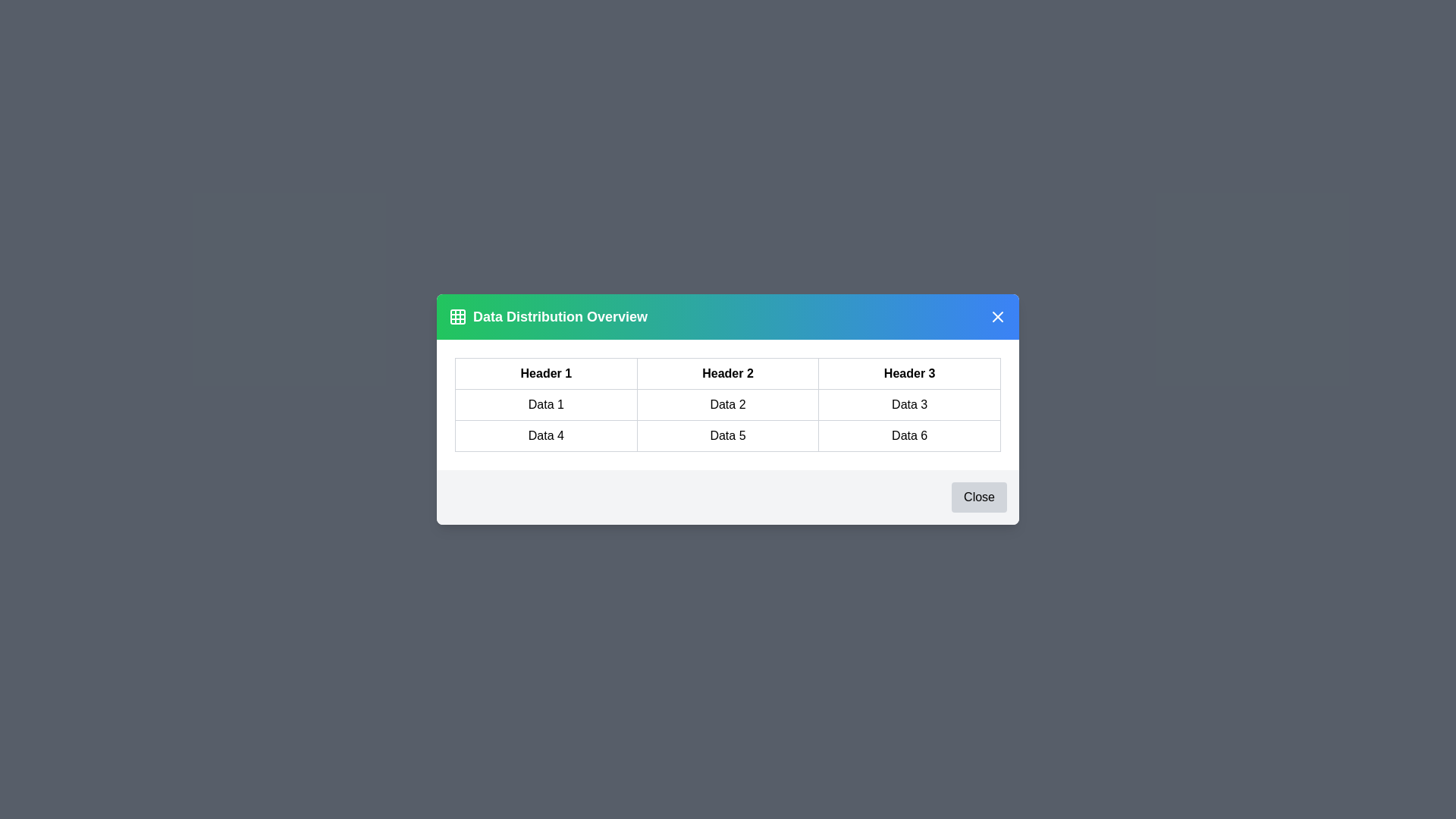 This screenshot has width=1456, height=819. Describe the element at coordinates (979, 497) in the screenshot. I see `the 'Close' button in the dialog footer` at that location.